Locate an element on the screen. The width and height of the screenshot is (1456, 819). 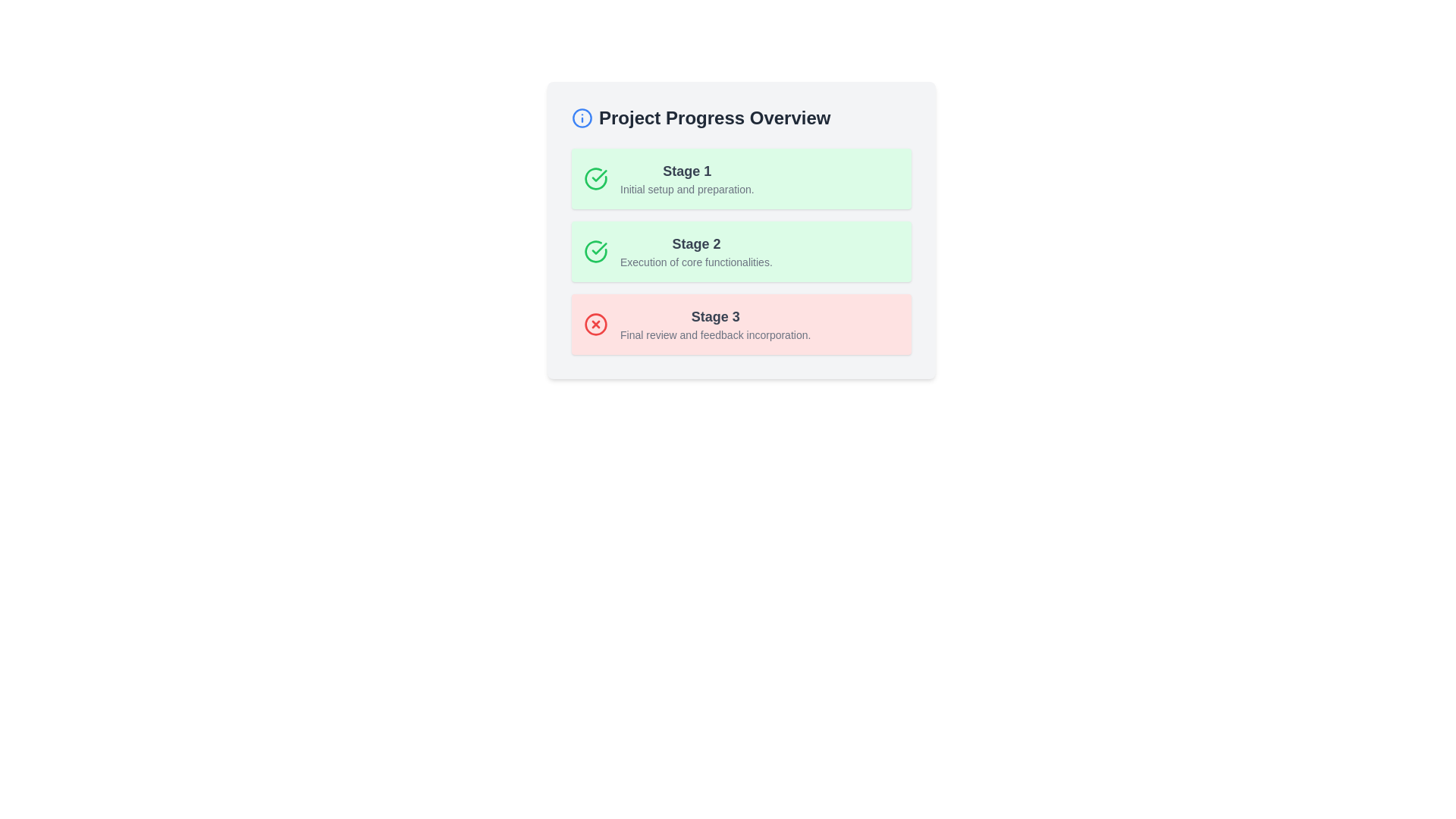
the green checkmark indicating completion, located in the second row of the progress indicator panel, to the left of the text 'Stage 2: Execution of core functionalities.' is located at coordinates (598, 174).